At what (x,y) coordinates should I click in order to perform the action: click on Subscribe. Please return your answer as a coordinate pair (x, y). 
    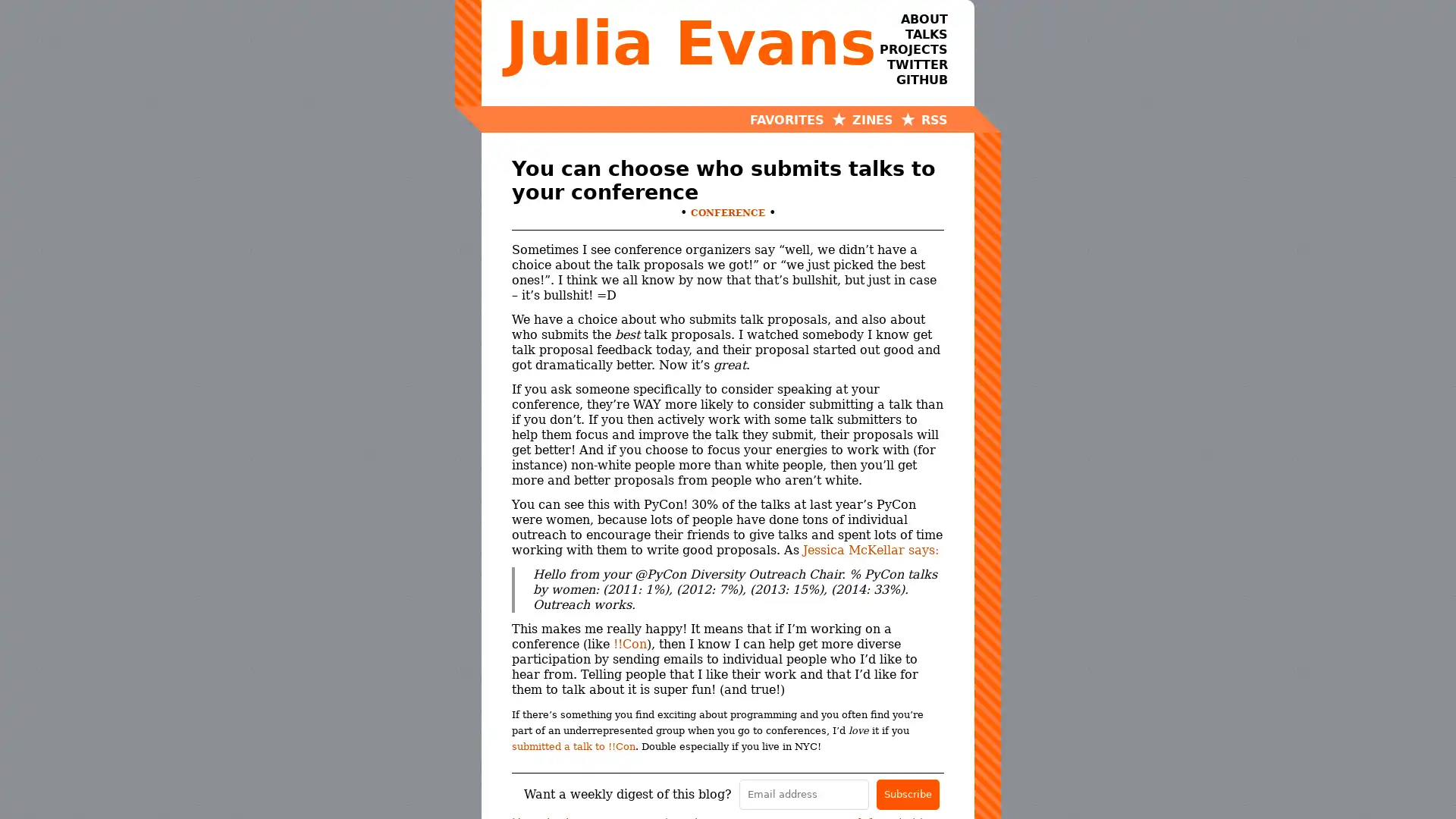
    Looking at the image, I should click on (908, 792).